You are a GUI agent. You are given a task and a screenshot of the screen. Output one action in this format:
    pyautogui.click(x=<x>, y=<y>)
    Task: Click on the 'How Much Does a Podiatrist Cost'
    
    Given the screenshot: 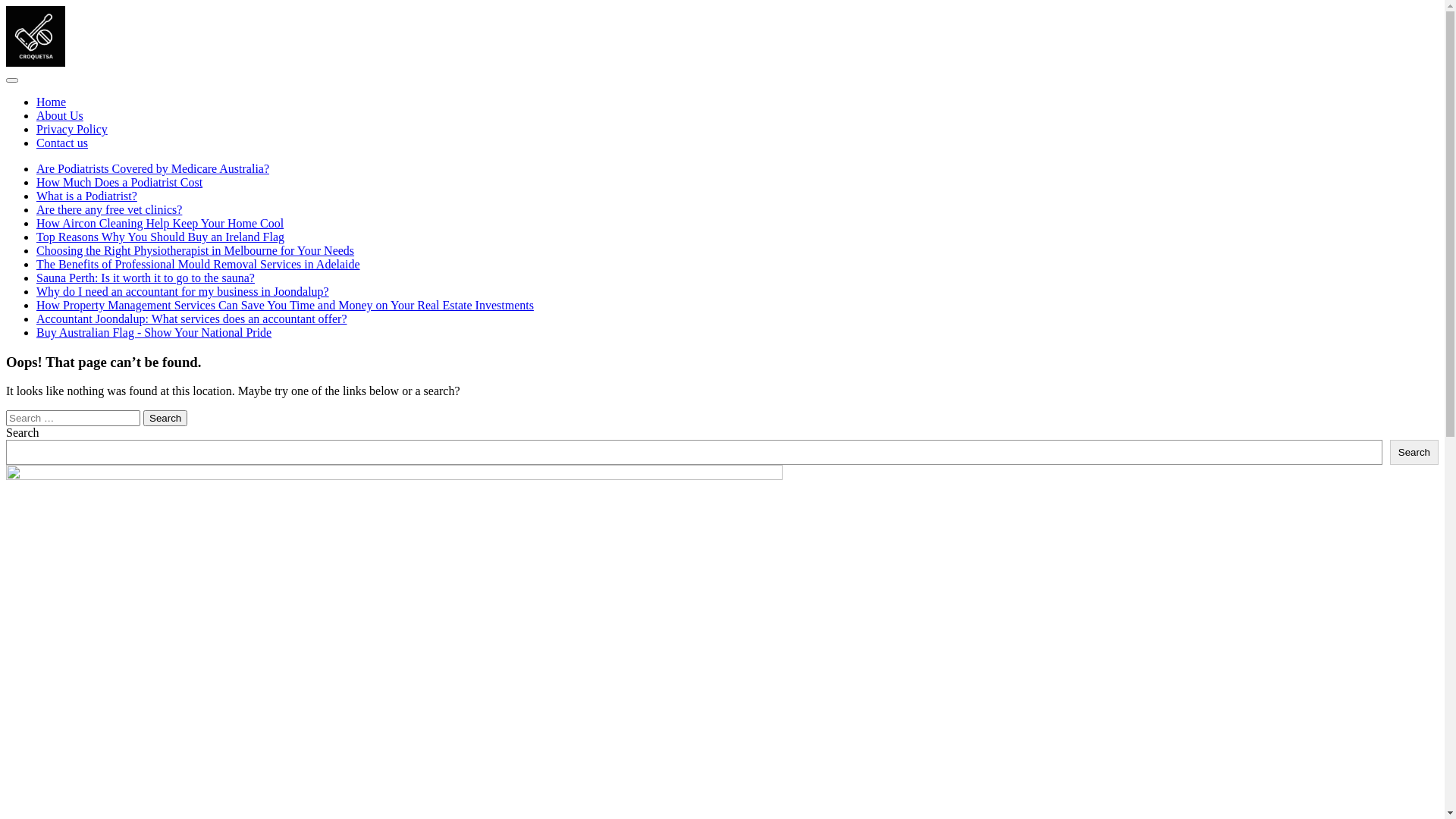 What is the action you would take?
    pyautogui.click(x=118, y=181)
    